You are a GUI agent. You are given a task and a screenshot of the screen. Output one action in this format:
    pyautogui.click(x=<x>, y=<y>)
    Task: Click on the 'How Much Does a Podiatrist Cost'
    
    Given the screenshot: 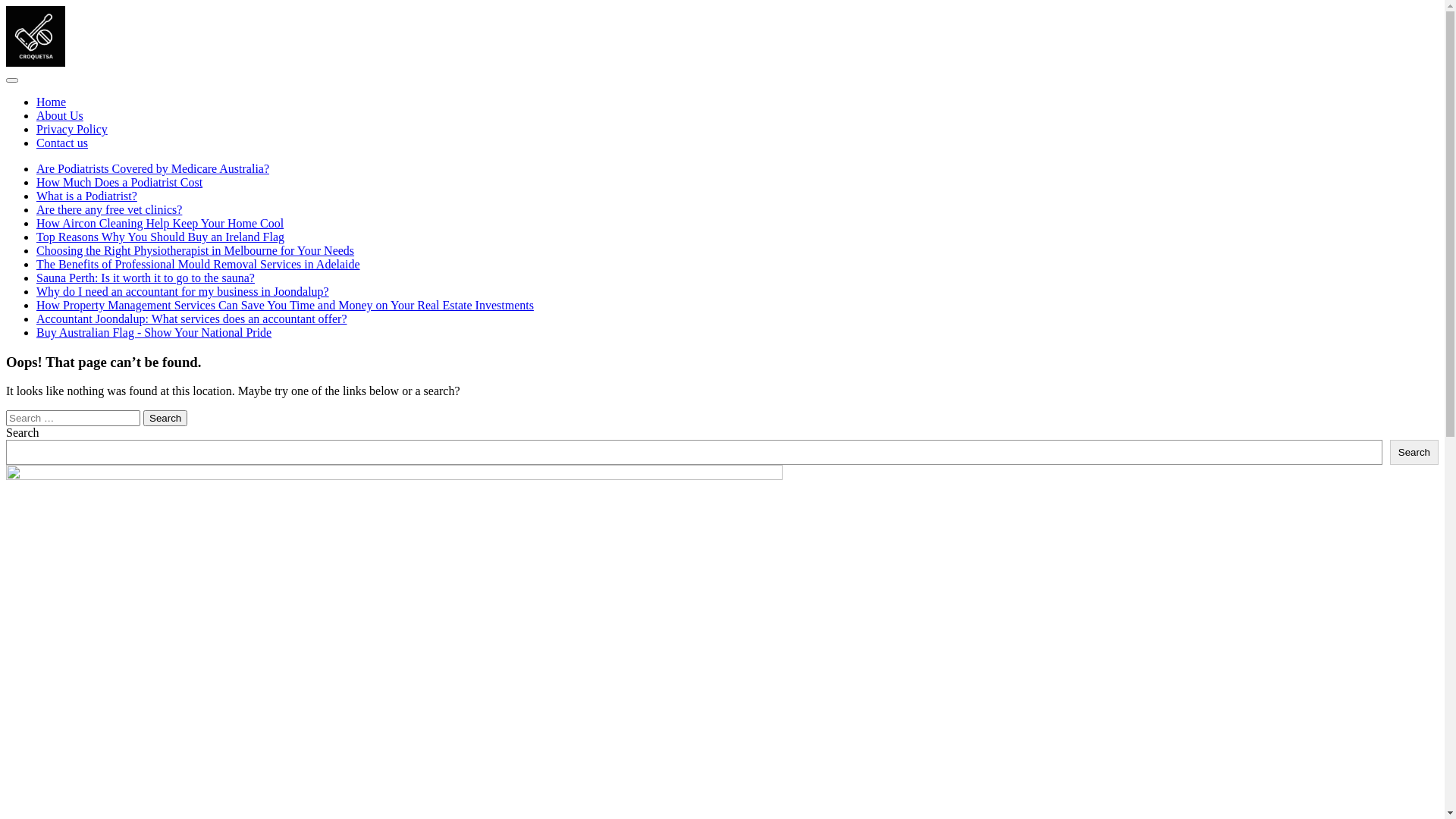 What is the action you would take?
    pyautogui.click(x=118, y=181)
    